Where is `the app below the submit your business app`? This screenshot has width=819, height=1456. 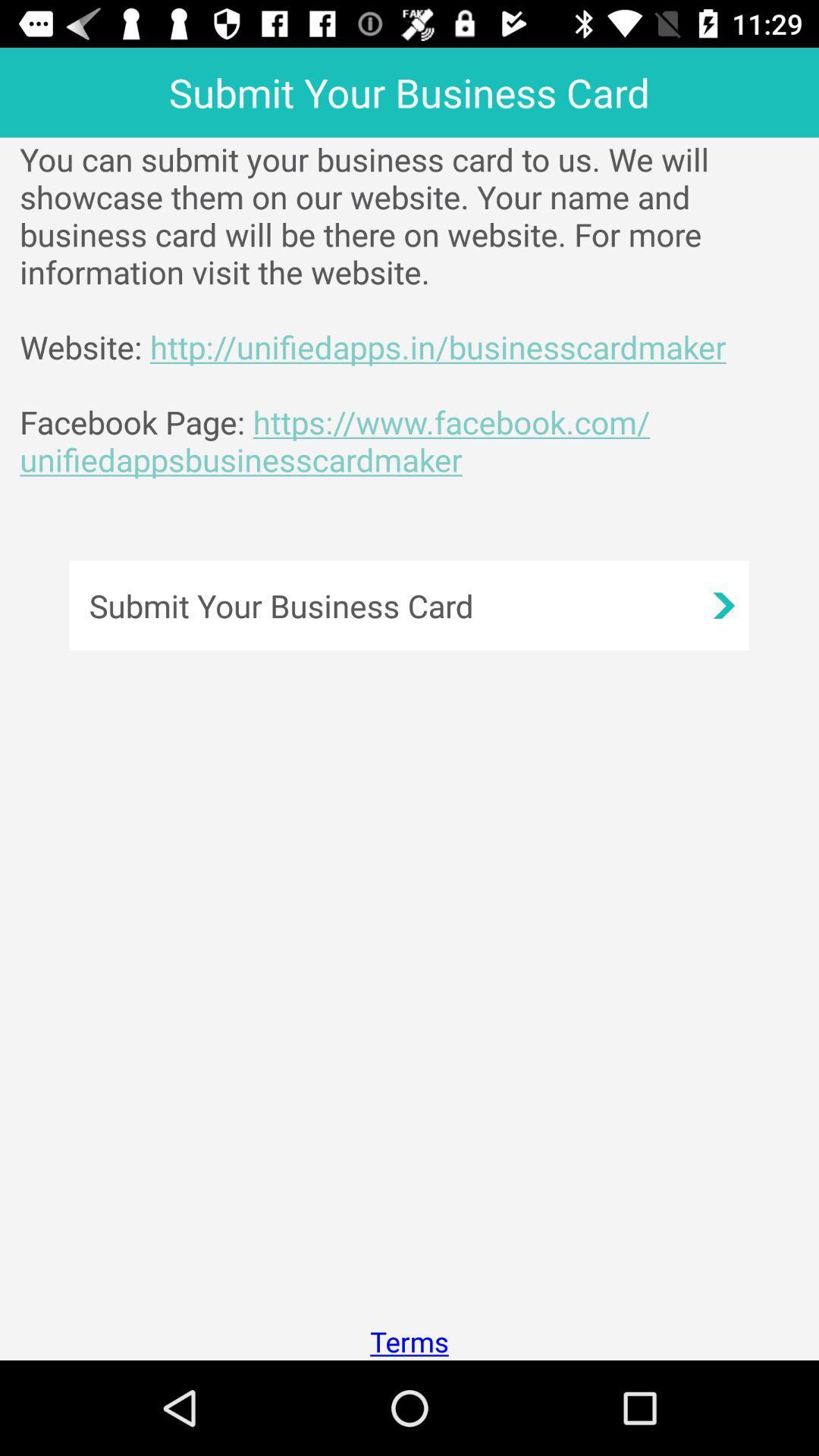 the app below the submit your business app is located at coordinates (409, 1341).